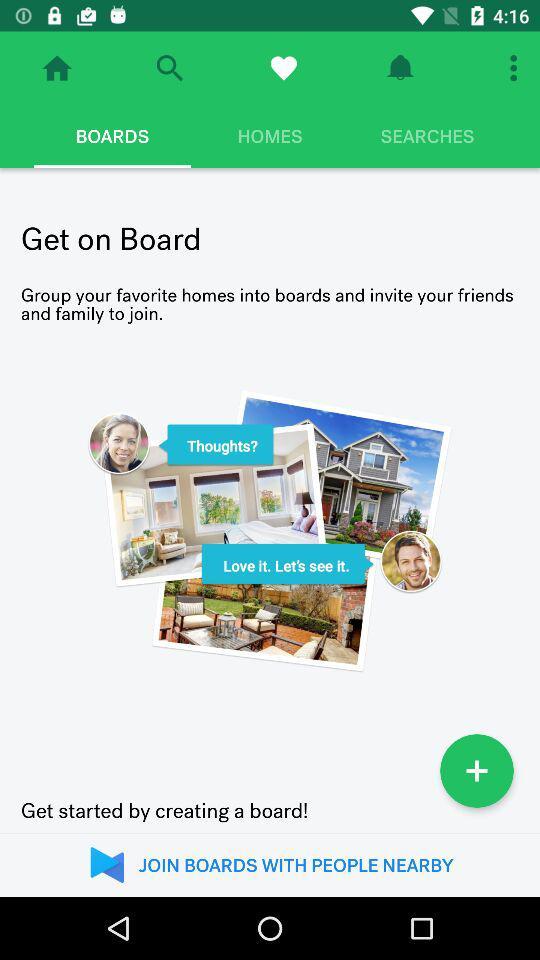 This screenshot has width=540, height=960. Describe the element at coordinates (168, 68) in the screenshot. I see `search` at that location.